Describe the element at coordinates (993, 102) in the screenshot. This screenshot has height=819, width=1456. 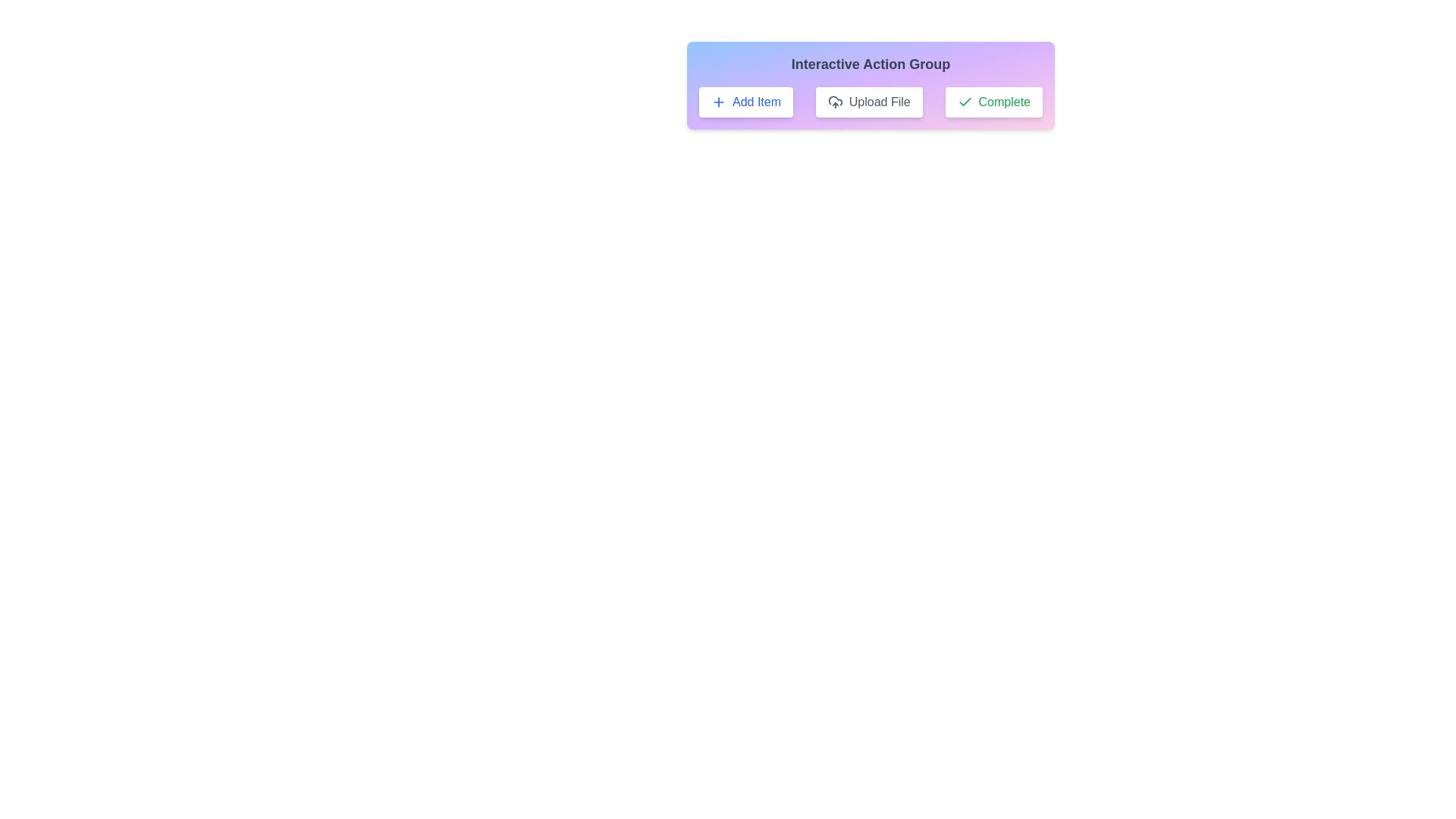
I see `the completion button located immediately to the right of the 'Upload File' button in the 'Interactive Action Group' section` at that location.